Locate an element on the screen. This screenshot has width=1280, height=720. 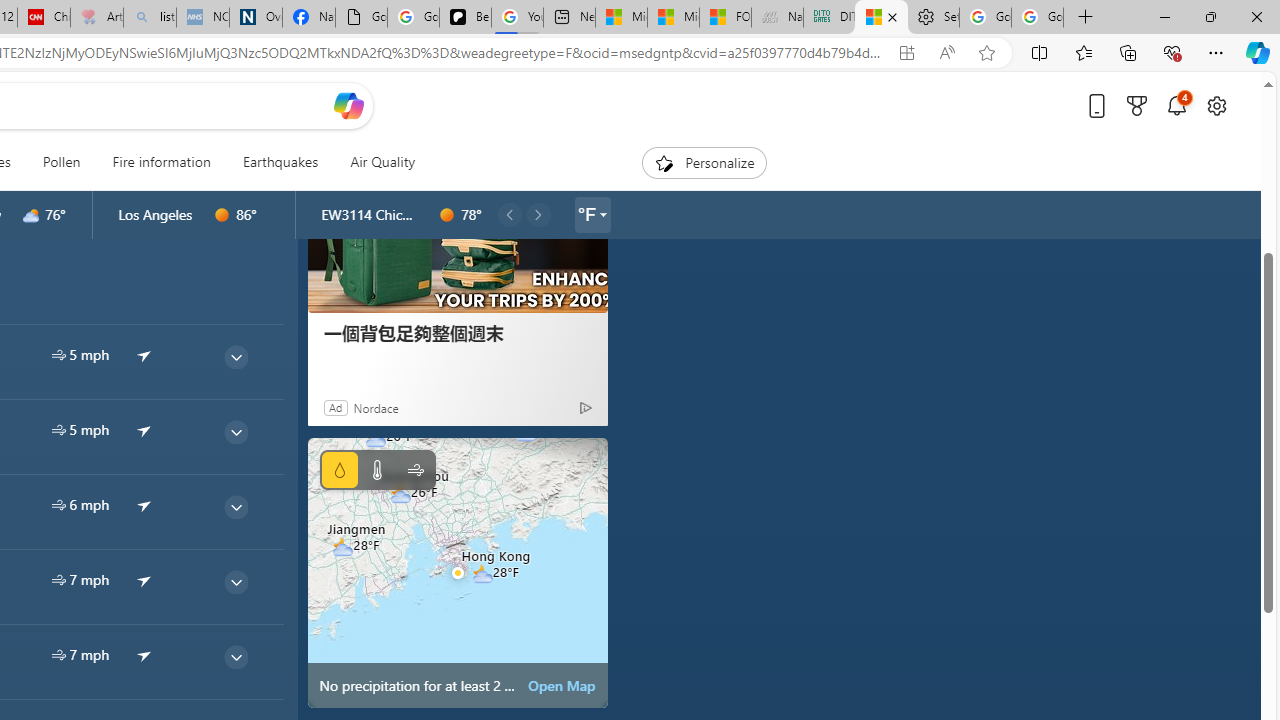
'Air Quality' is located at coordinates (375, 162).